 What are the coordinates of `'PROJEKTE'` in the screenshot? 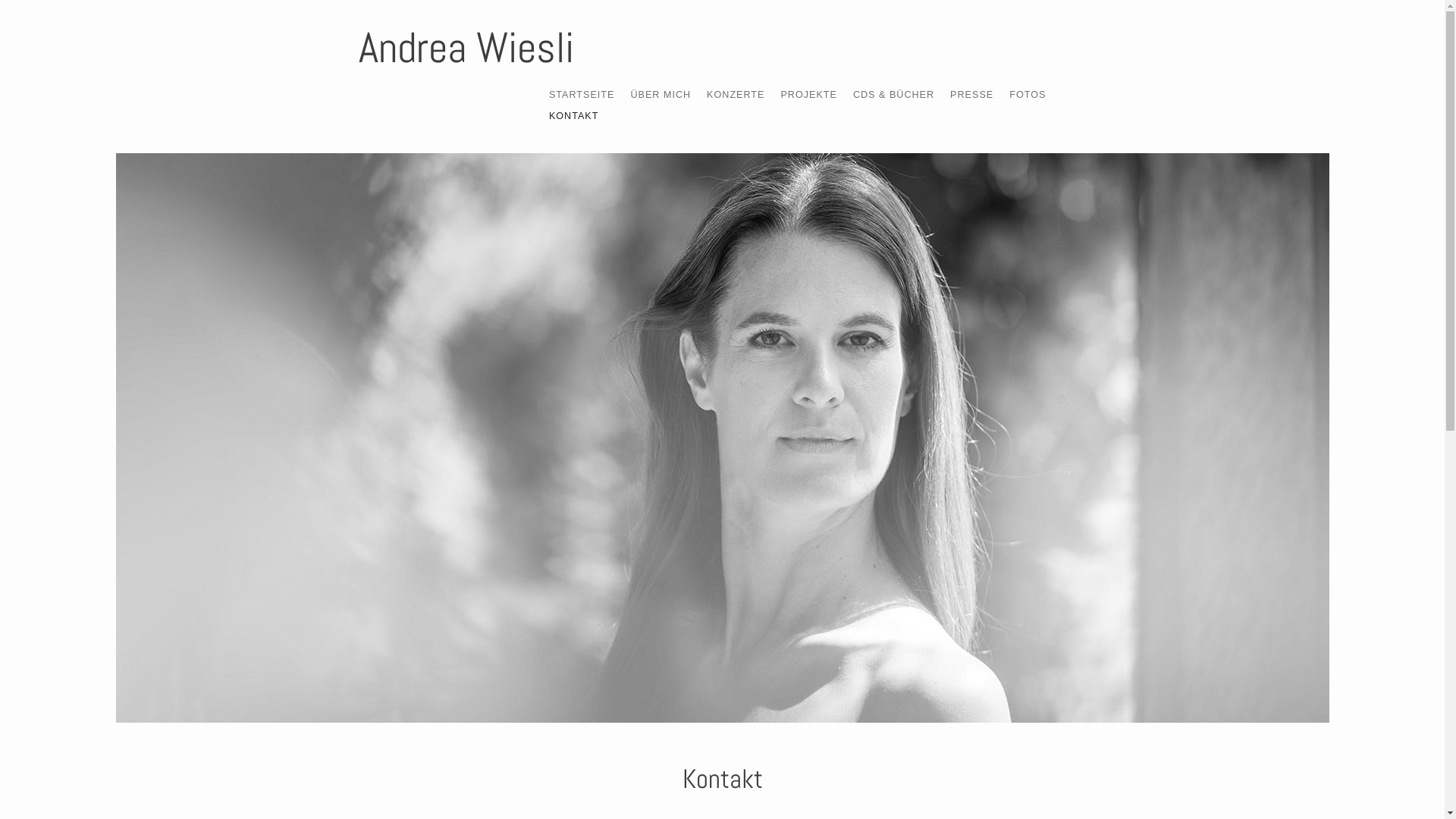 It's located at (807, 94).